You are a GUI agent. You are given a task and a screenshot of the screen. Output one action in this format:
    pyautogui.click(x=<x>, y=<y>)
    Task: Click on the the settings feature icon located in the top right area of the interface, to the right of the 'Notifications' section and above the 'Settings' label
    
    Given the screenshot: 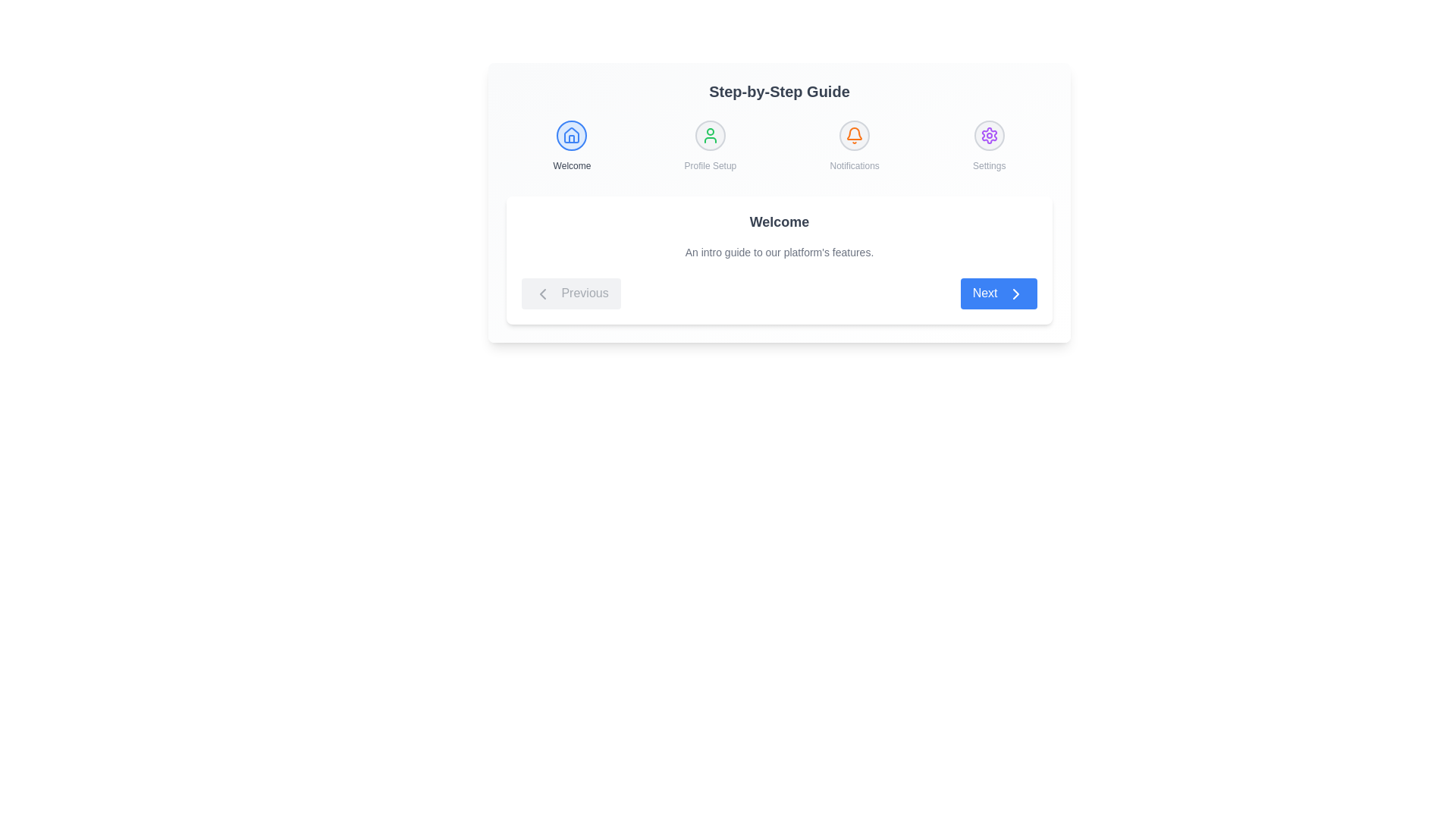 What is the action you would take?
    pyautogui.click(x=989, y=134)
    